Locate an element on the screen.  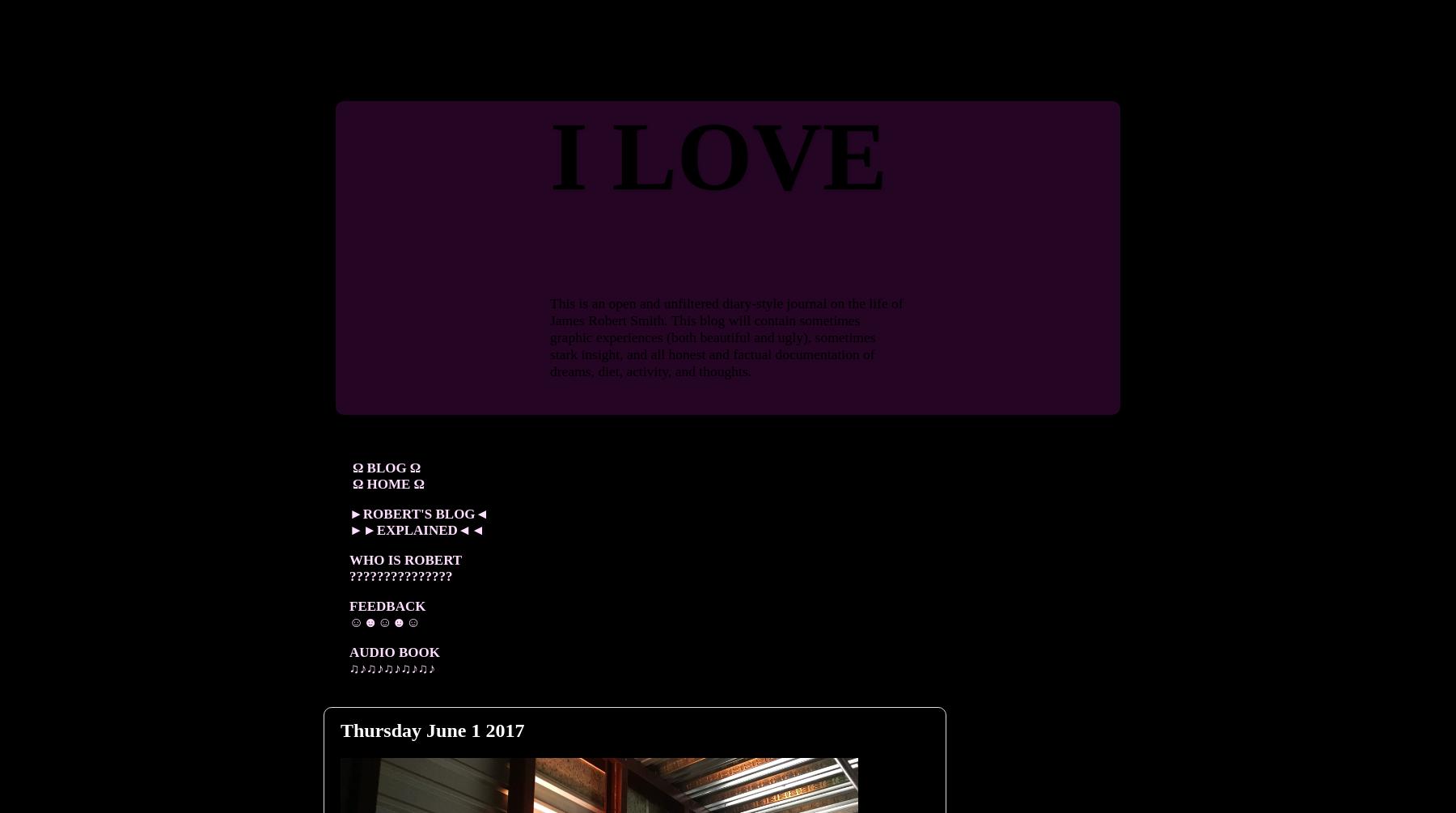
'I LOVE' is located at coordinates (717, 155).